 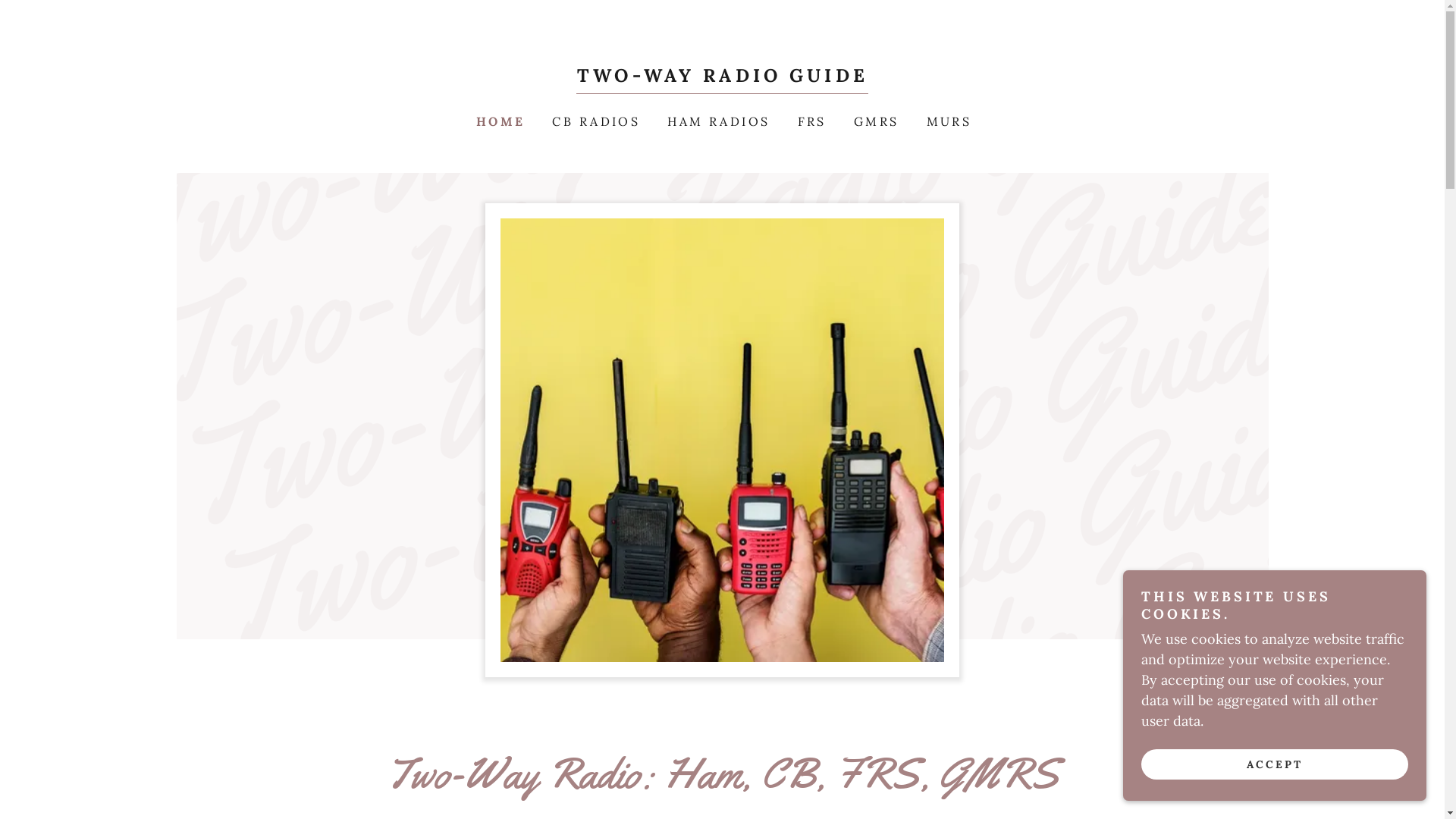 What do you see at coordinates (874, 120) in the screenshot?
I see `'GMRS'` at bounding box center [874, 120].